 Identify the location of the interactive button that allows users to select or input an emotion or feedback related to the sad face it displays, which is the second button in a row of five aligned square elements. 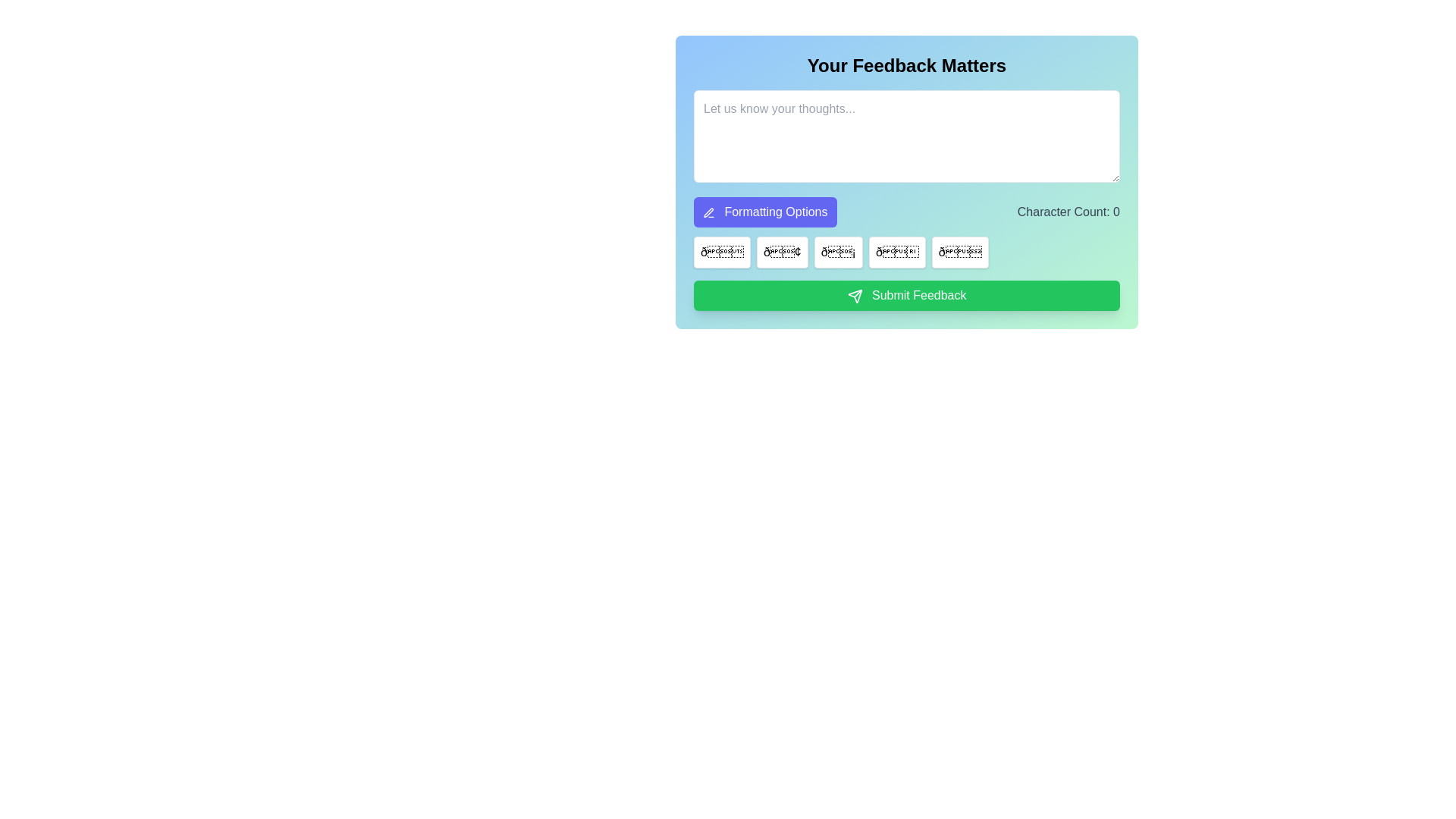
(782, 251).